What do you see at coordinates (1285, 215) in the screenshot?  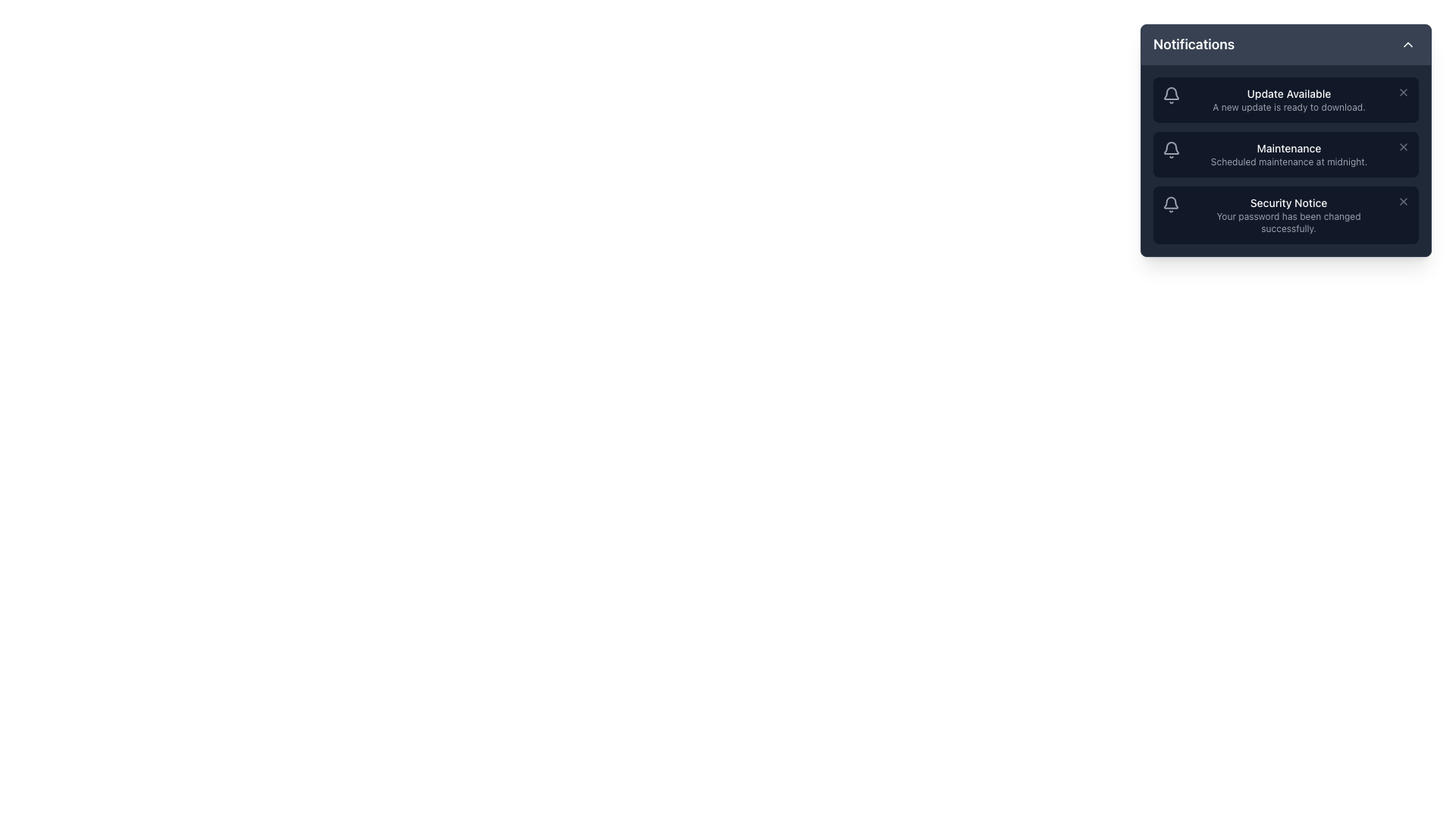 I see `notification about the successful password change in the Notifications panel, which is the third item in the list` at bounding box center [1285, 215].